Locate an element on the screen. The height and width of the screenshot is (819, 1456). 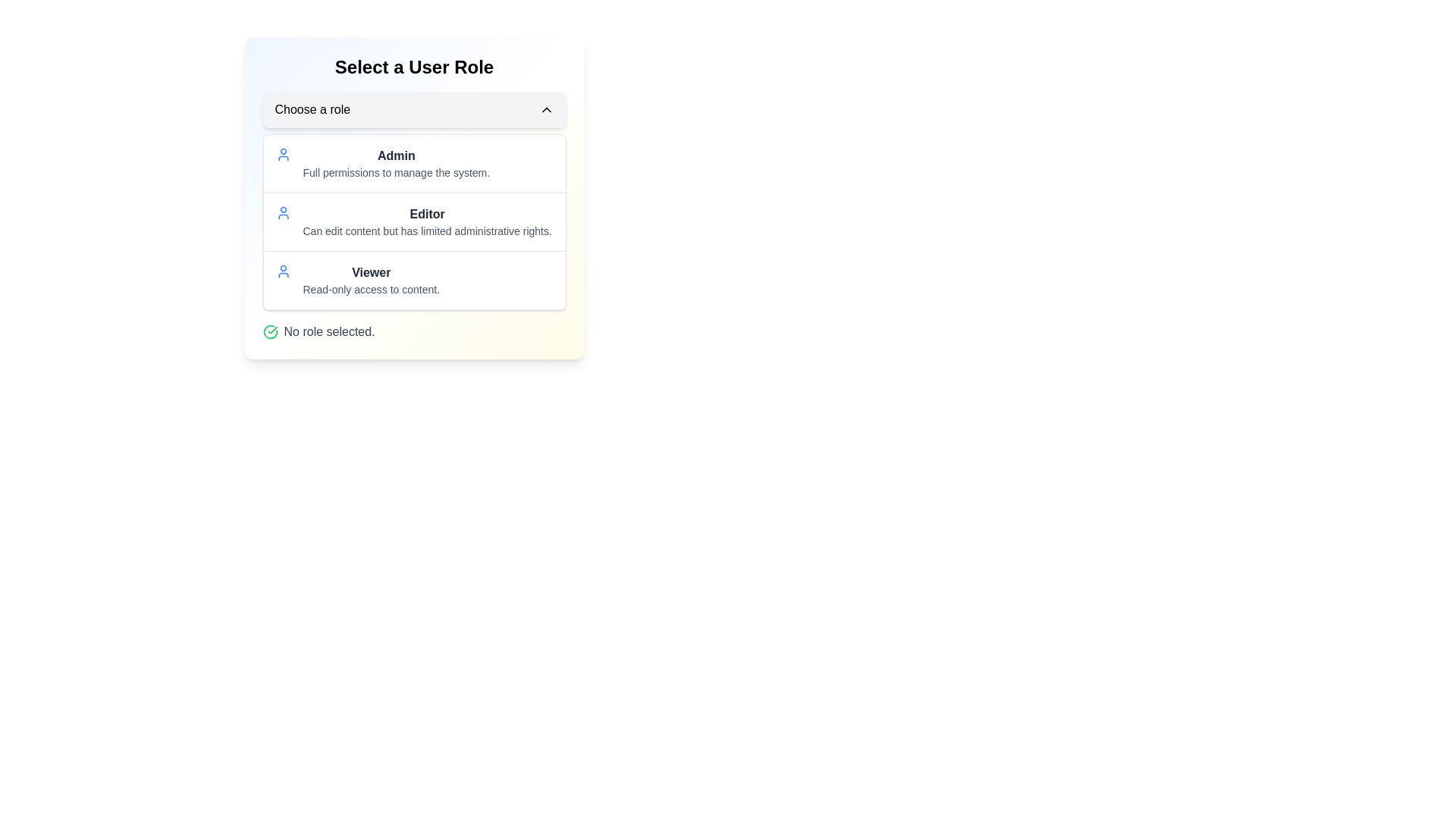
the 'Viewer' selectable role option, which is a text block consisting of the title 'Viewer' in bold and dark text, followed by the subtitle 'Read-only access to content.' is located at coordinates (371, 281).